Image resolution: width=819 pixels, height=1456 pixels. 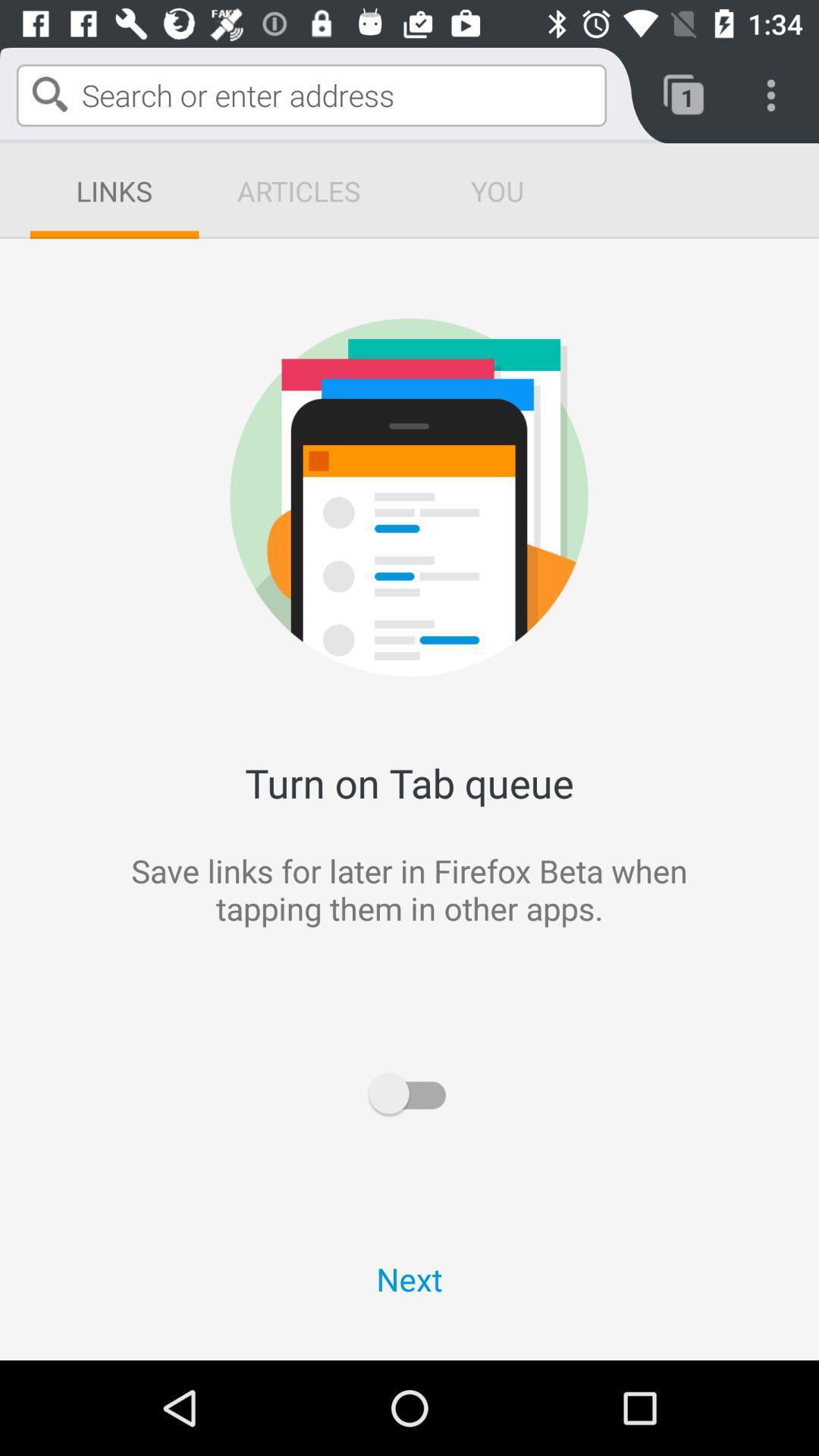 I want to click on the text below turn on tab queue, so click(x=212, y=950).